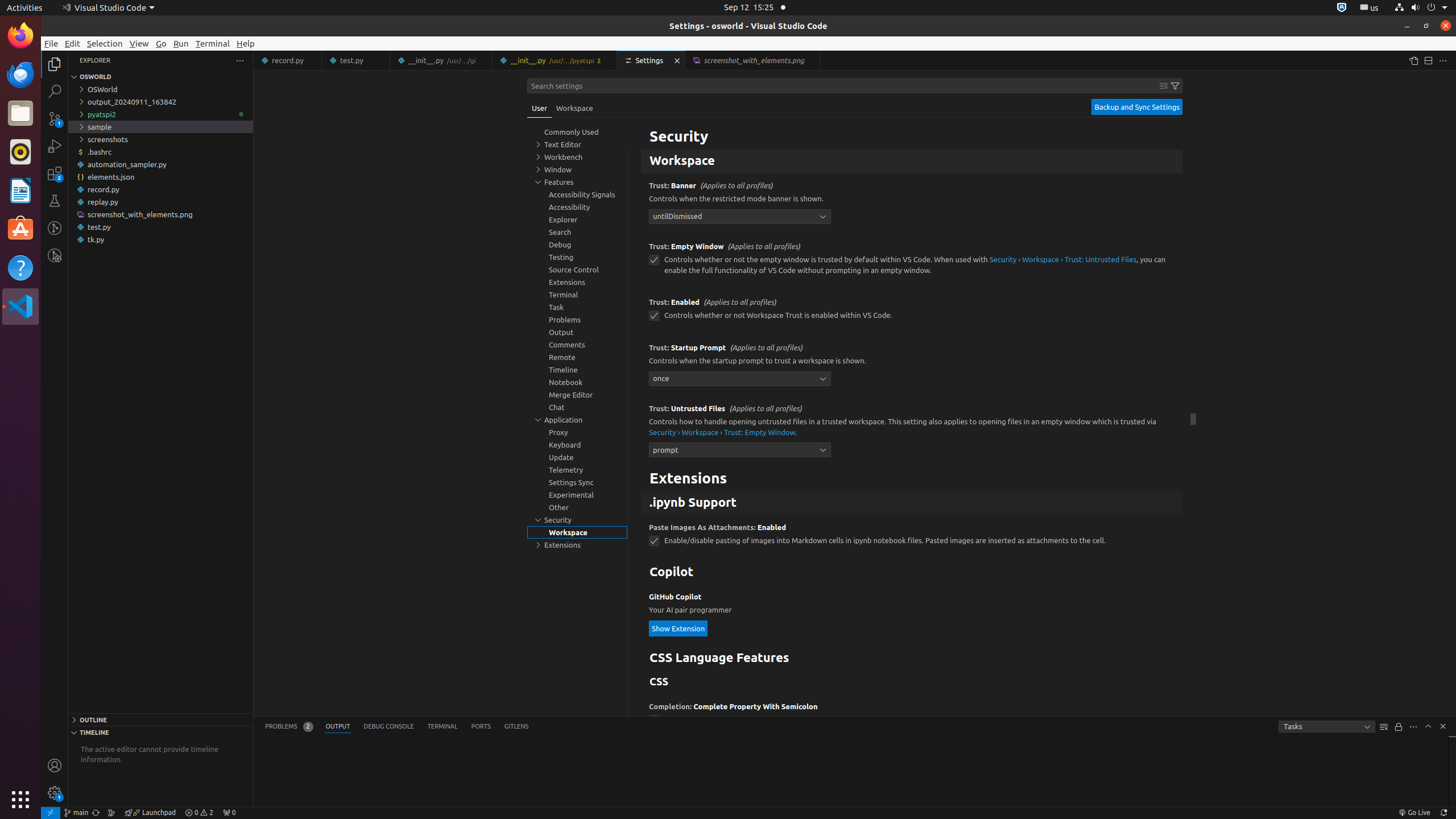  What do you see at coordinates (577, 294) in the screenshot?
I see `'Terminal, group'` at bounding box center [577, 294].